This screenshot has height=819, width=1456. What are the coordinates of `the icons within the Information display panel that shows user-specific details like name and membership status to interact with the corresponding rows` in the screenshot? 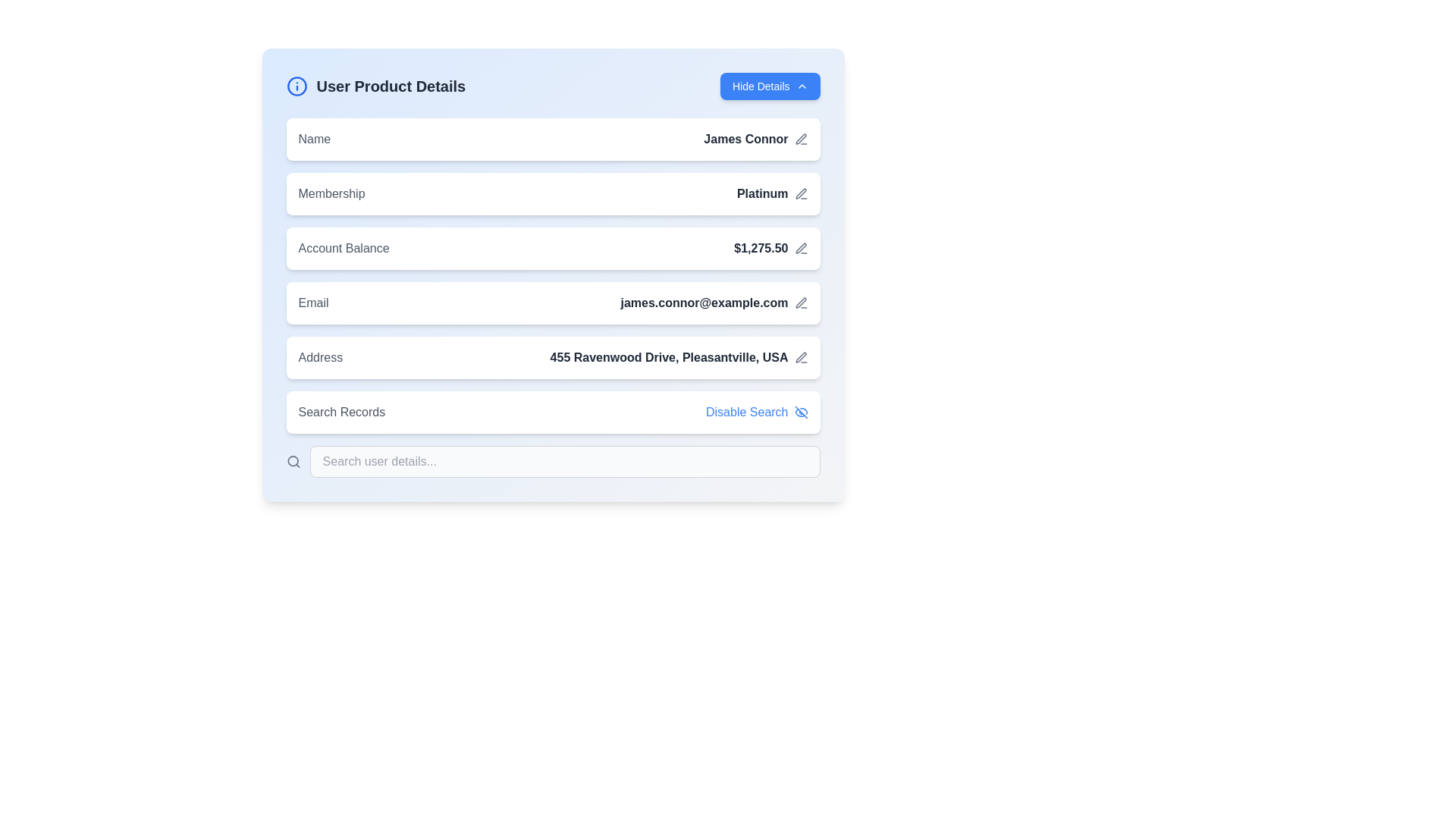 It's located at (552, 298).